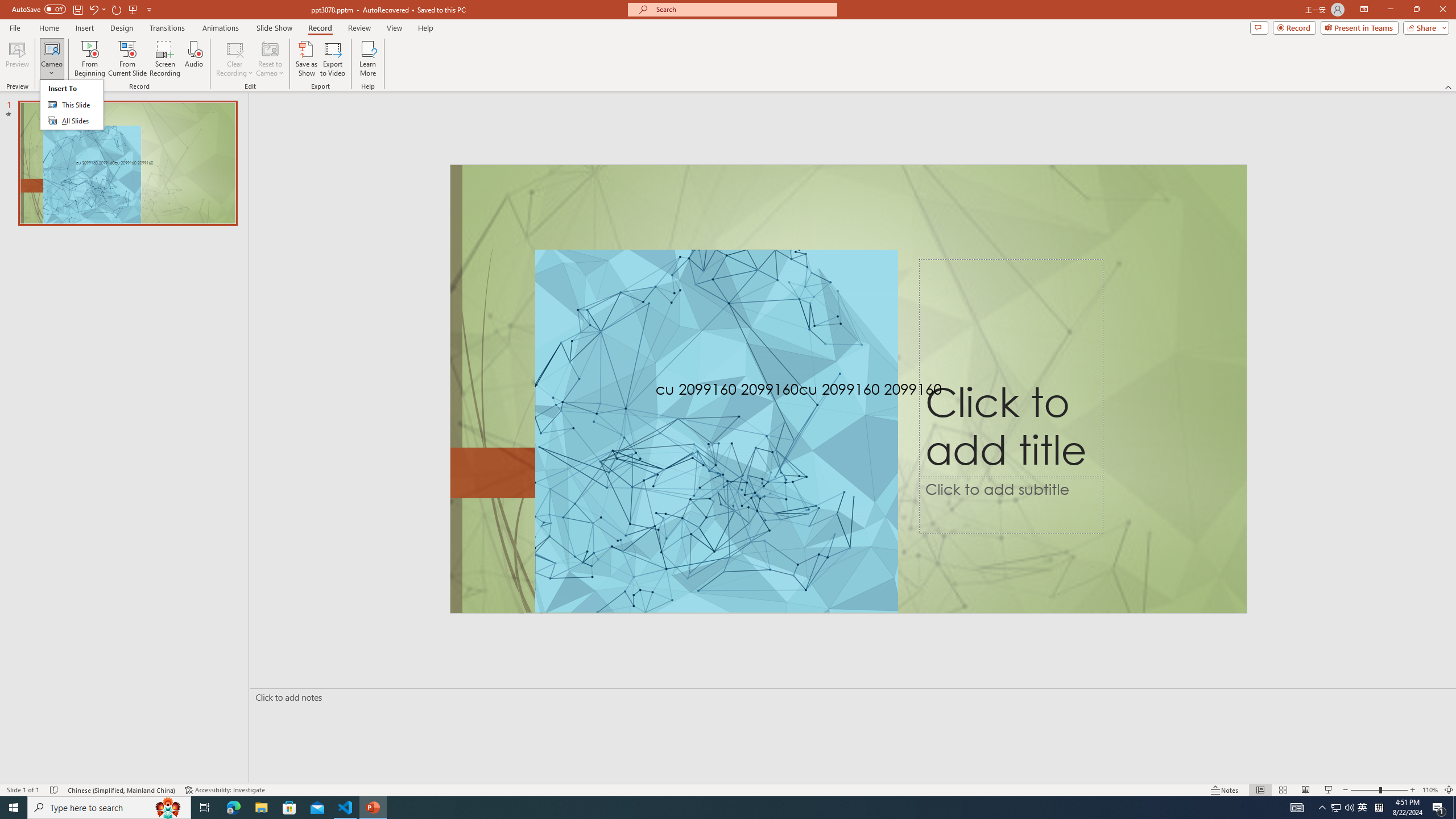  I want to click on 'Q2790: 100%', so click(1349, 806).